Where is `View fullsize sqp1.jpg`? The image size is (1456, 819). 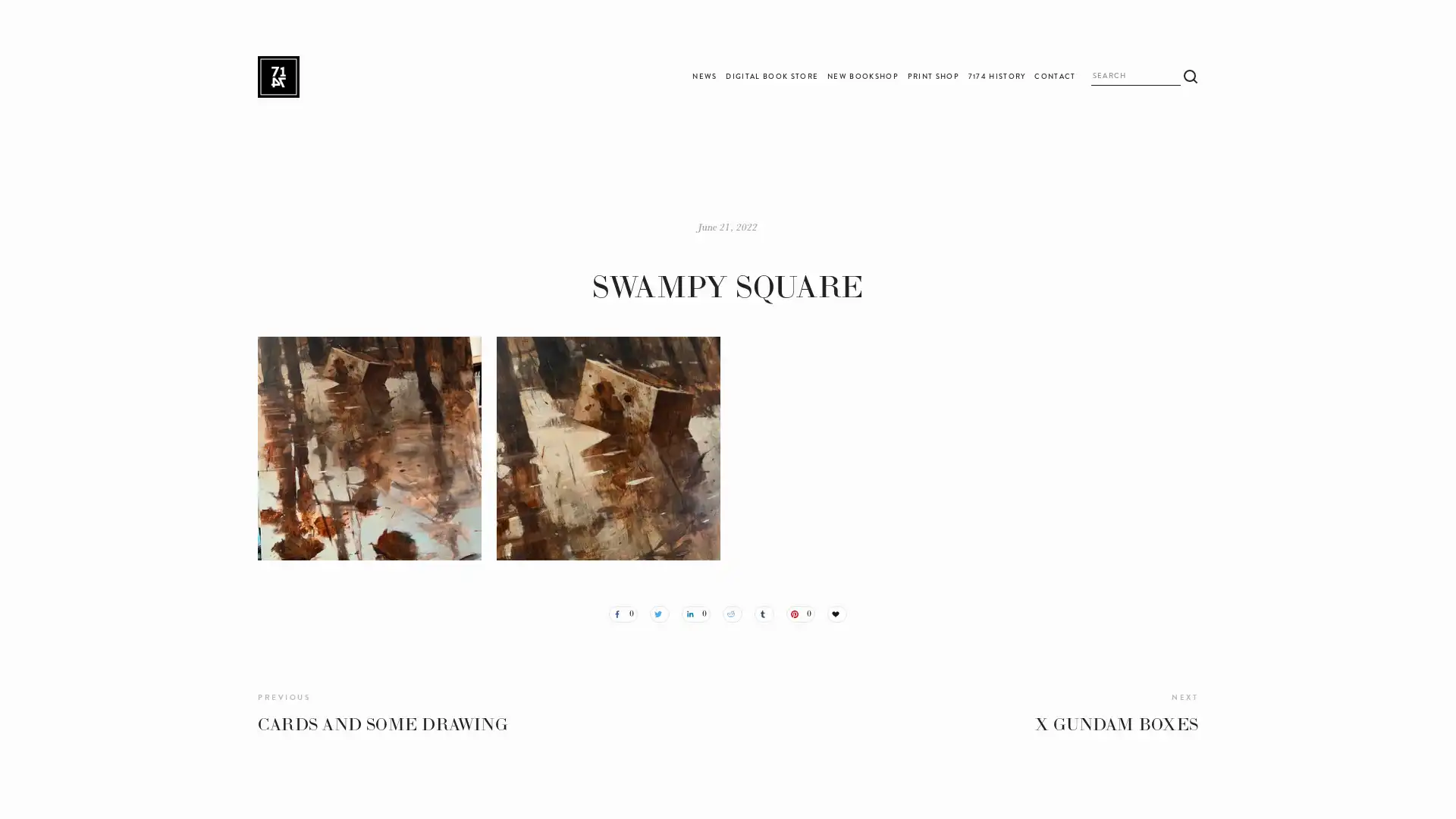
View fullsize sqp1.jpg is located at coordinates (608, 447).